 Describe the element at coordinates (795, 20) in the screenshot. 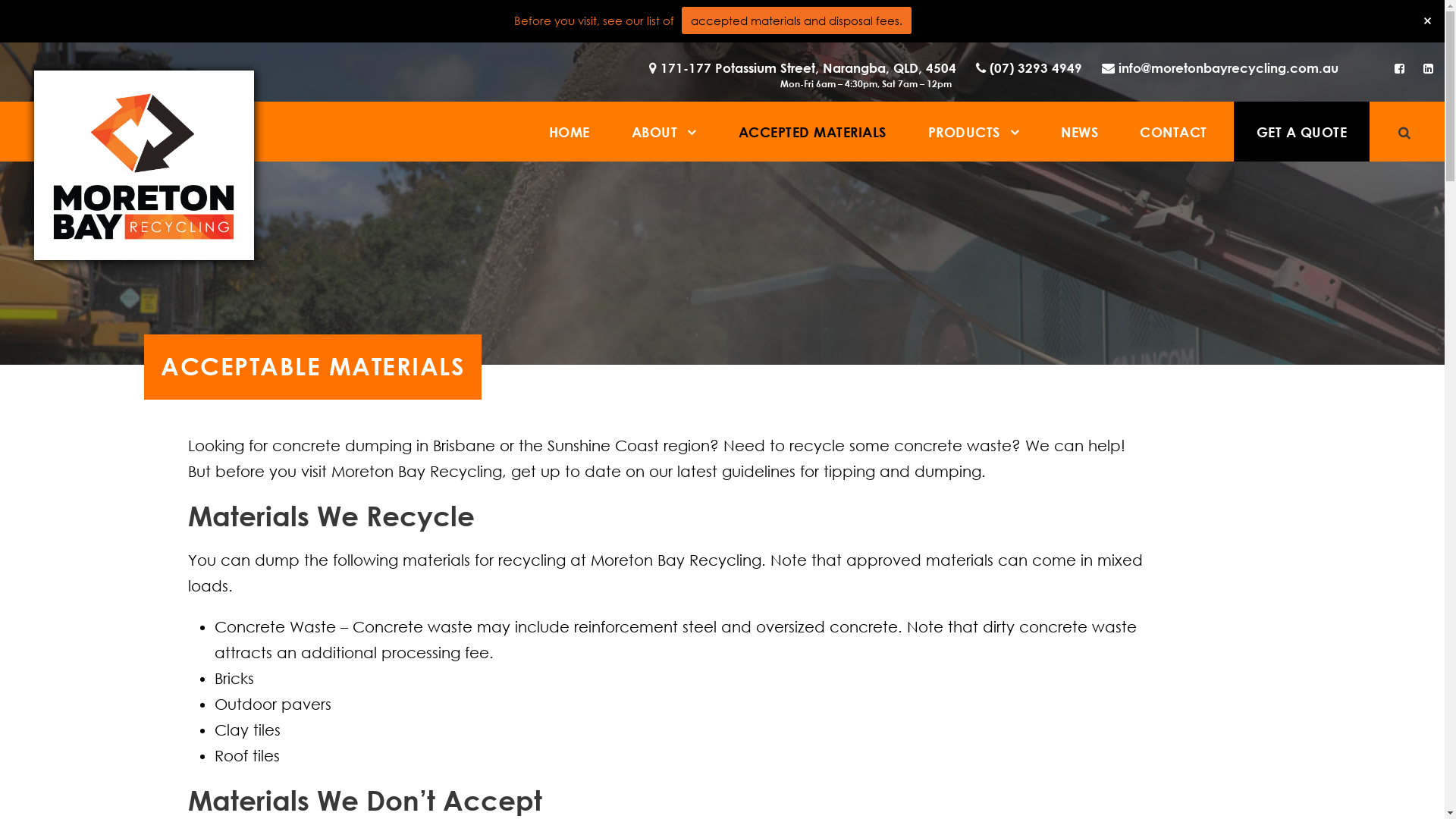

I see `'accepted materials and disposal fees.'` at that location.